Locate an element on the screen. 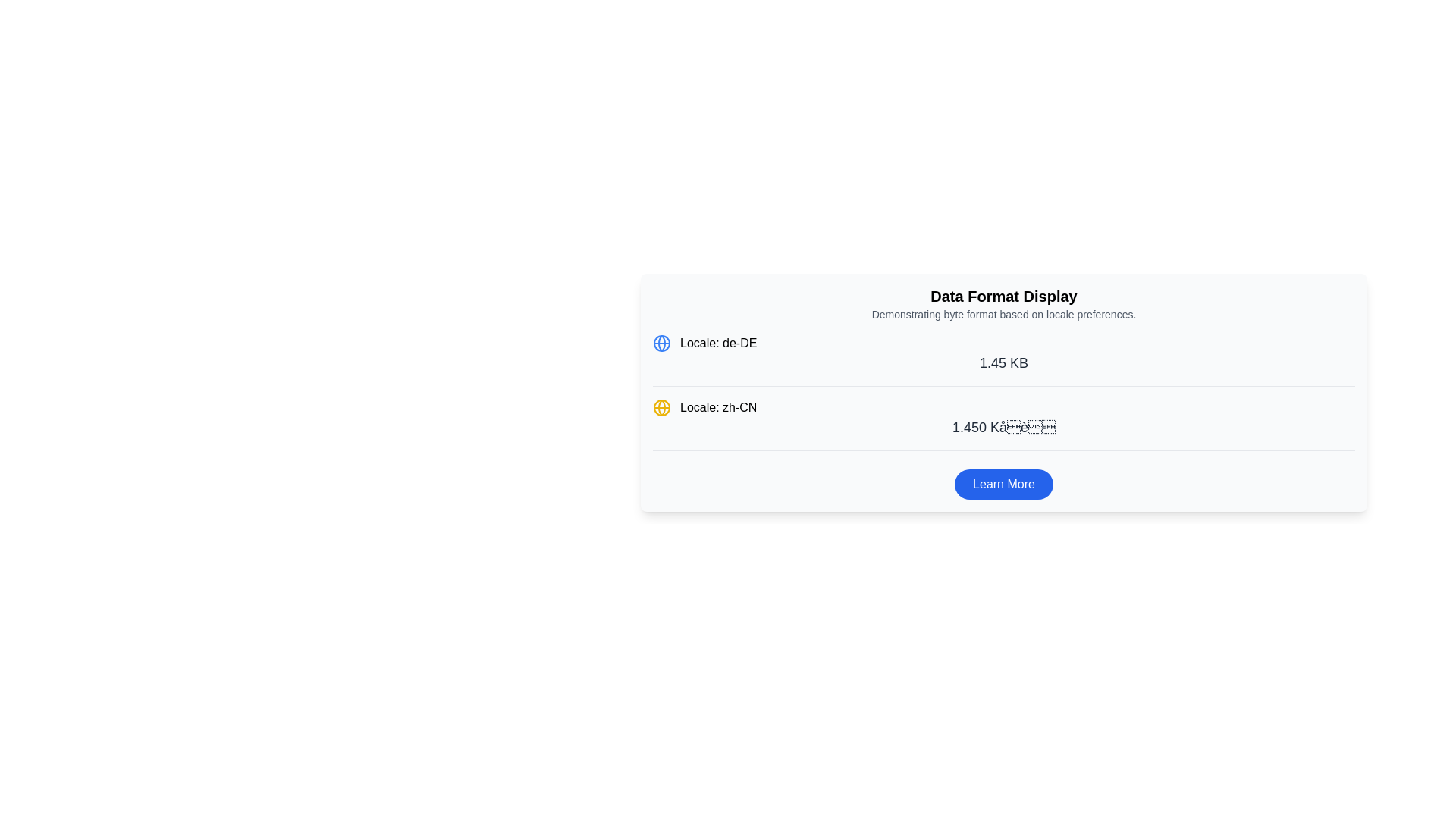  the text label displaying '1.450 Kåᚗèϊ', which is styled in gray and positioned to the right of 'Locale: zh-CN' is located at coordinates (1004, 427).